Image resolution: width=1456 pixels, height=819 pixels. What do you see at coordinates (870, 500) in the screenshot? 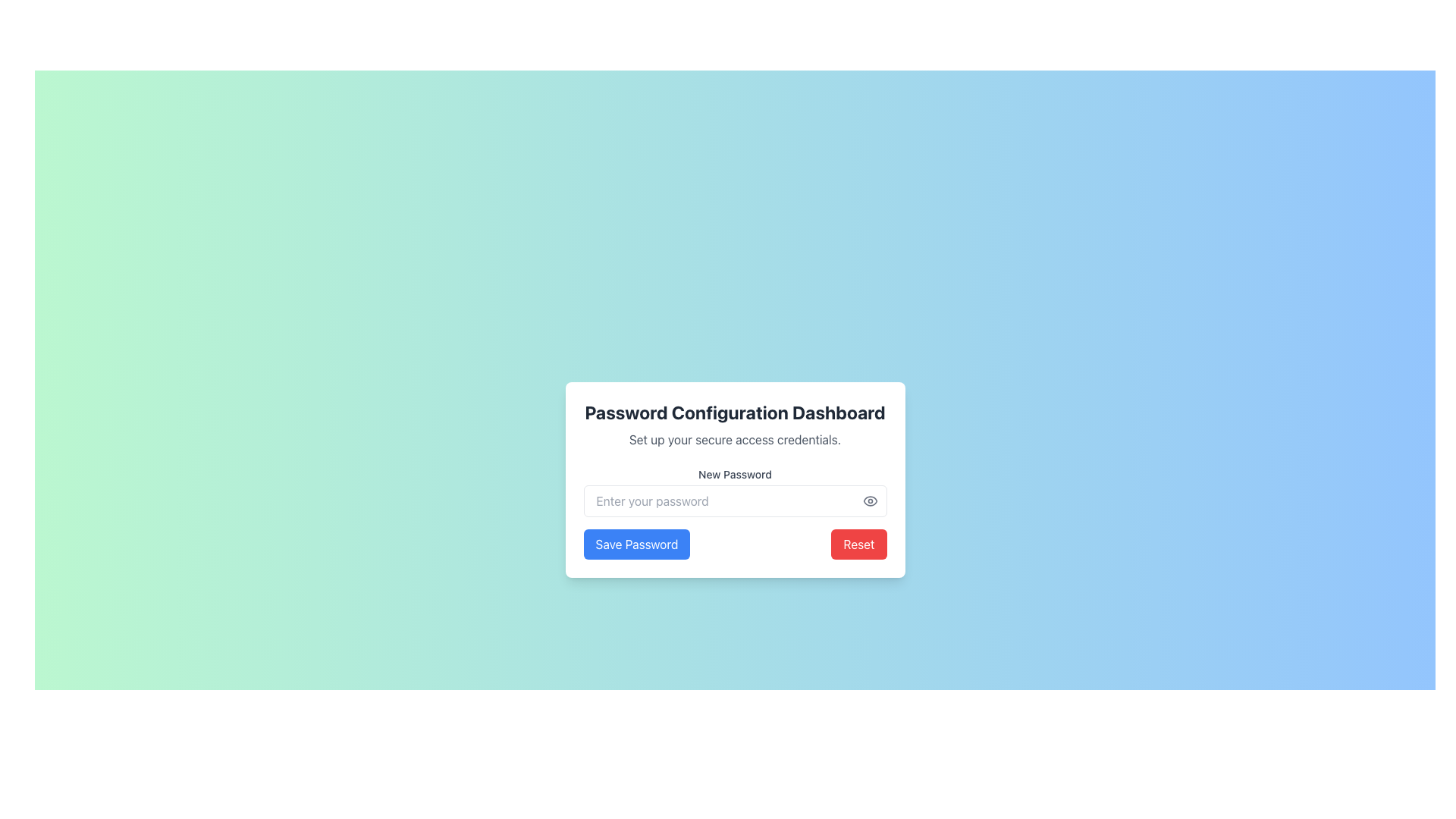
I see `the elliptical shape outlining the structure of an eye icon, which represents visibility functionality, located on the right side of the password input field in the password configuration dialog box` at bounding box center [870, 500].